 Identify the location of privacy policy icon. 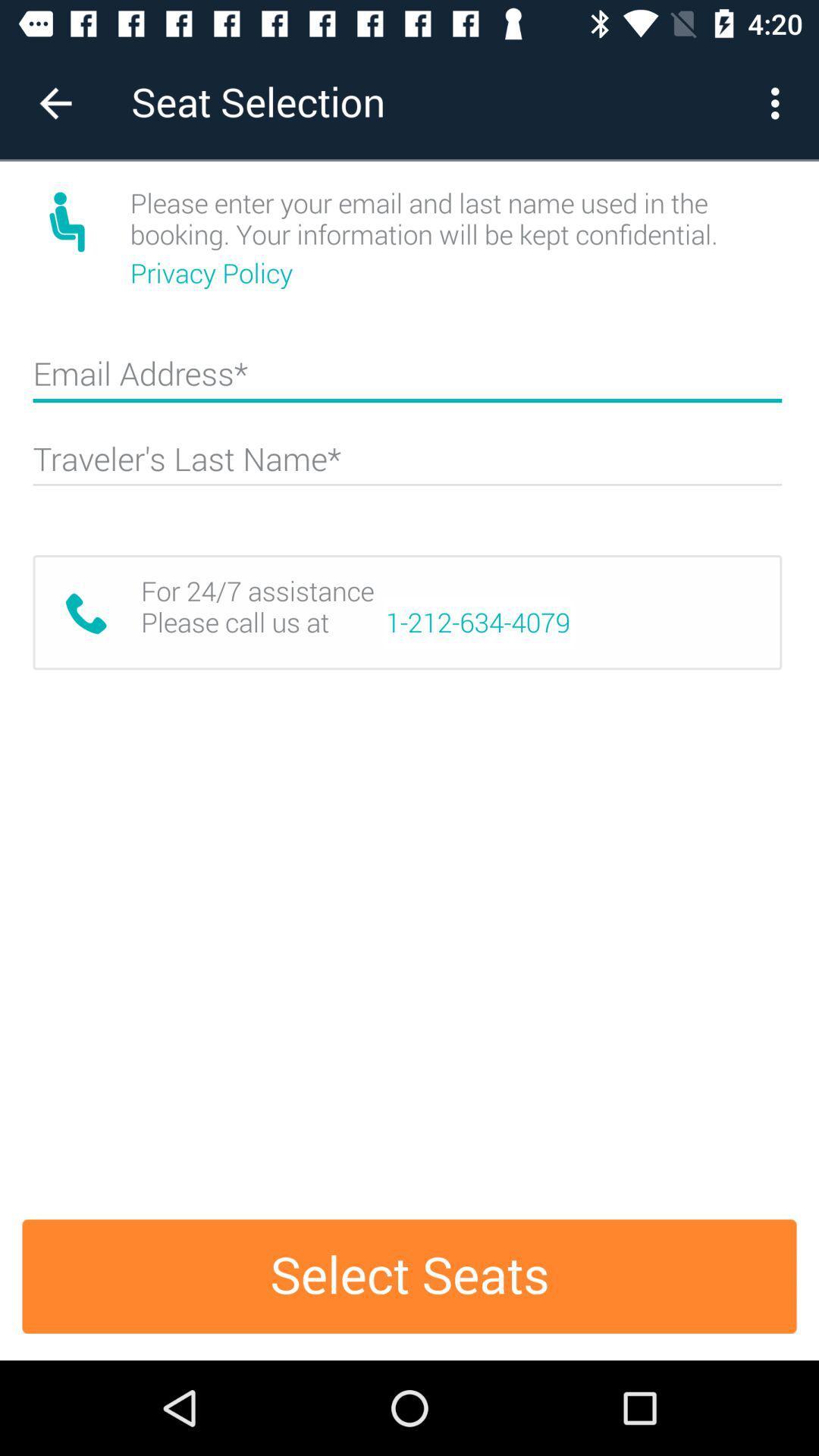
(215, 273).